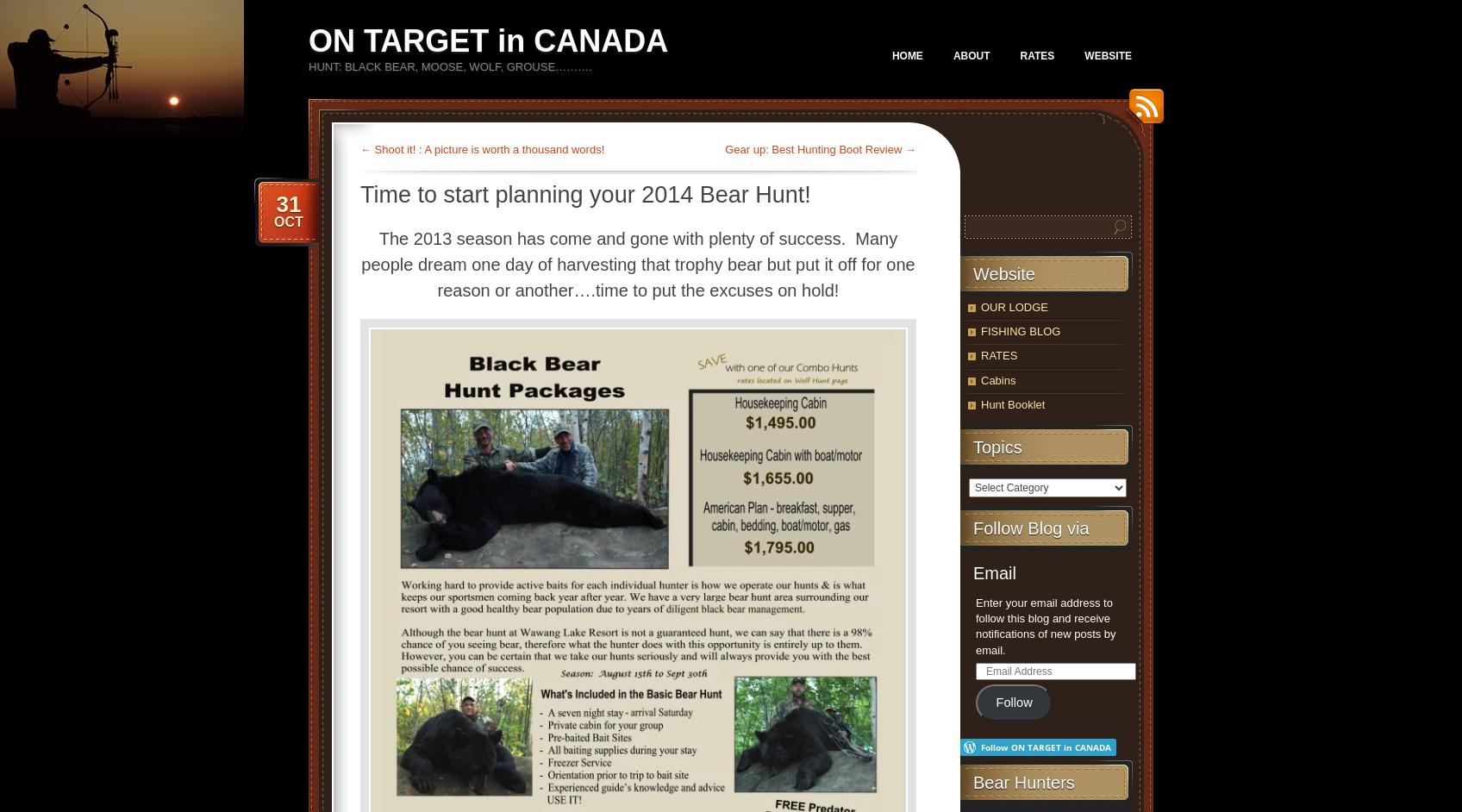 This screenshot has height=812, width=1462. What do you see at coordinates (998, 378) in the screenshot?
I see `'Cabins'` at bounding box center [998, 378].